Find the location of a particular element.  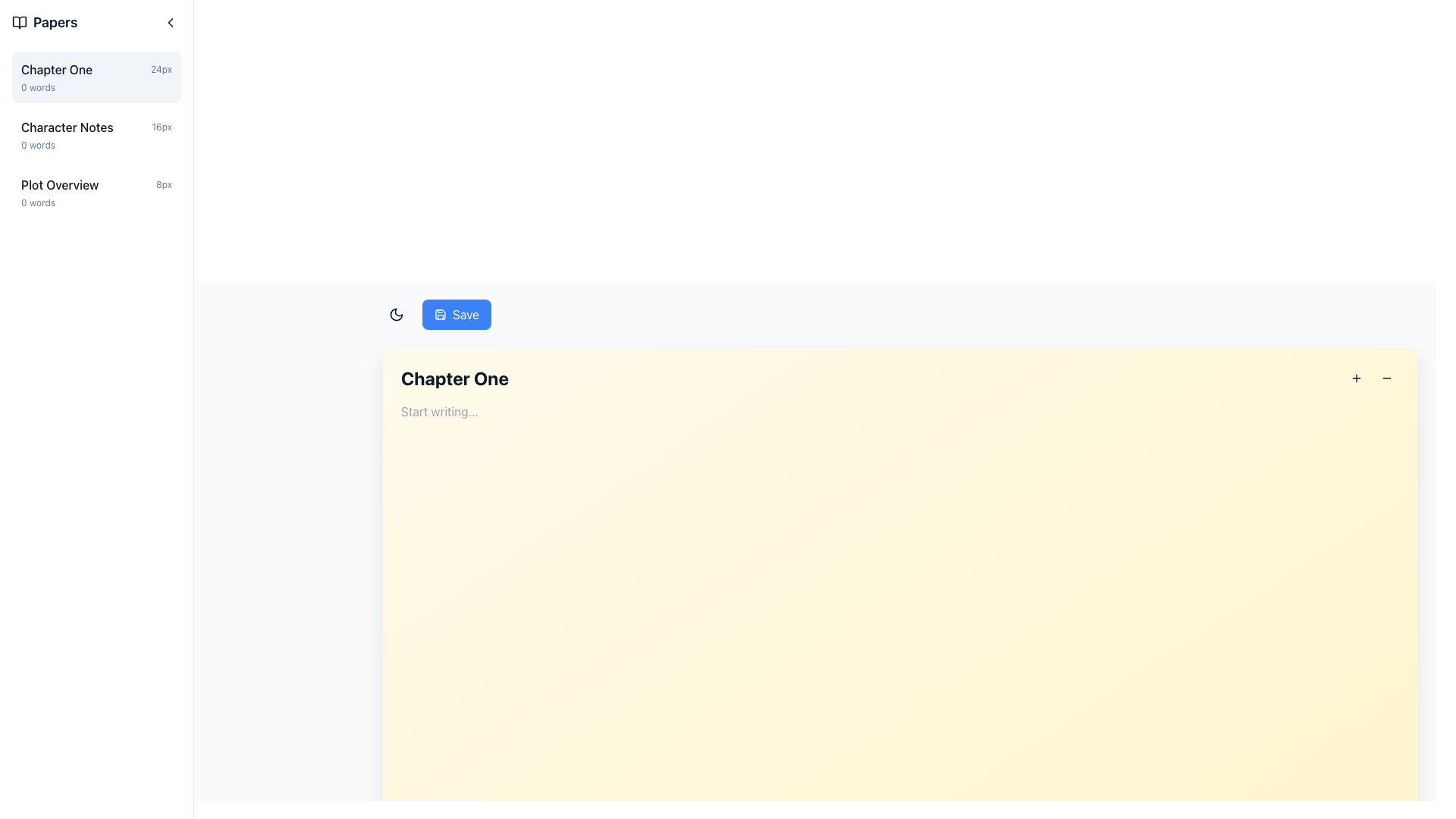

save icon element, which is part of a blue button labeled 'Save' located at the top center of the document-writing interface is located at coordinates (439, 314).